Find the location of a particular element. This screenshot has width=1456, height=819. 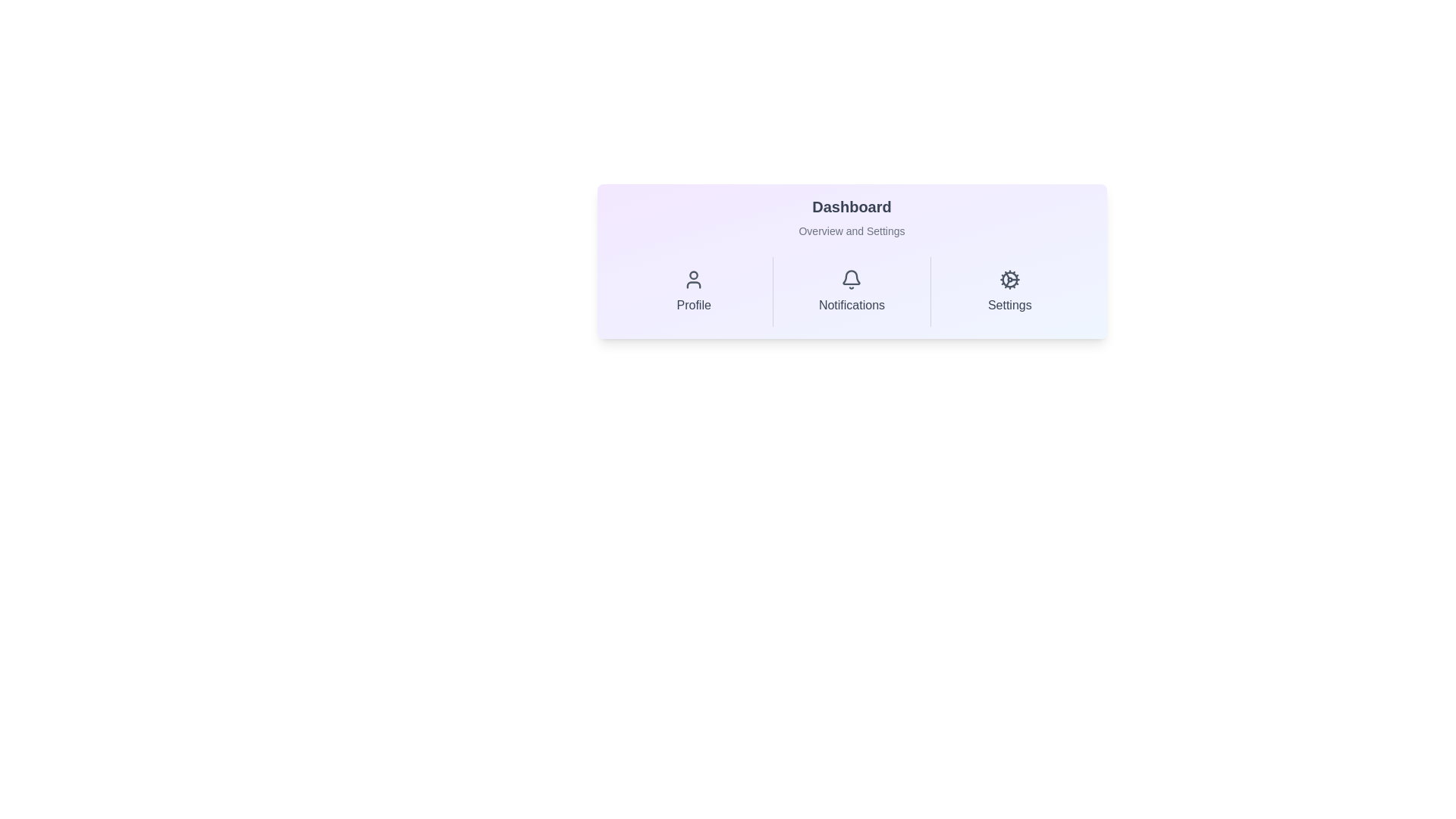

the circular shape of the cogwheel icon, which is gray in color and has a consistent stroke, located to the far right within the interface options row is located at coordinates (1009, 280).